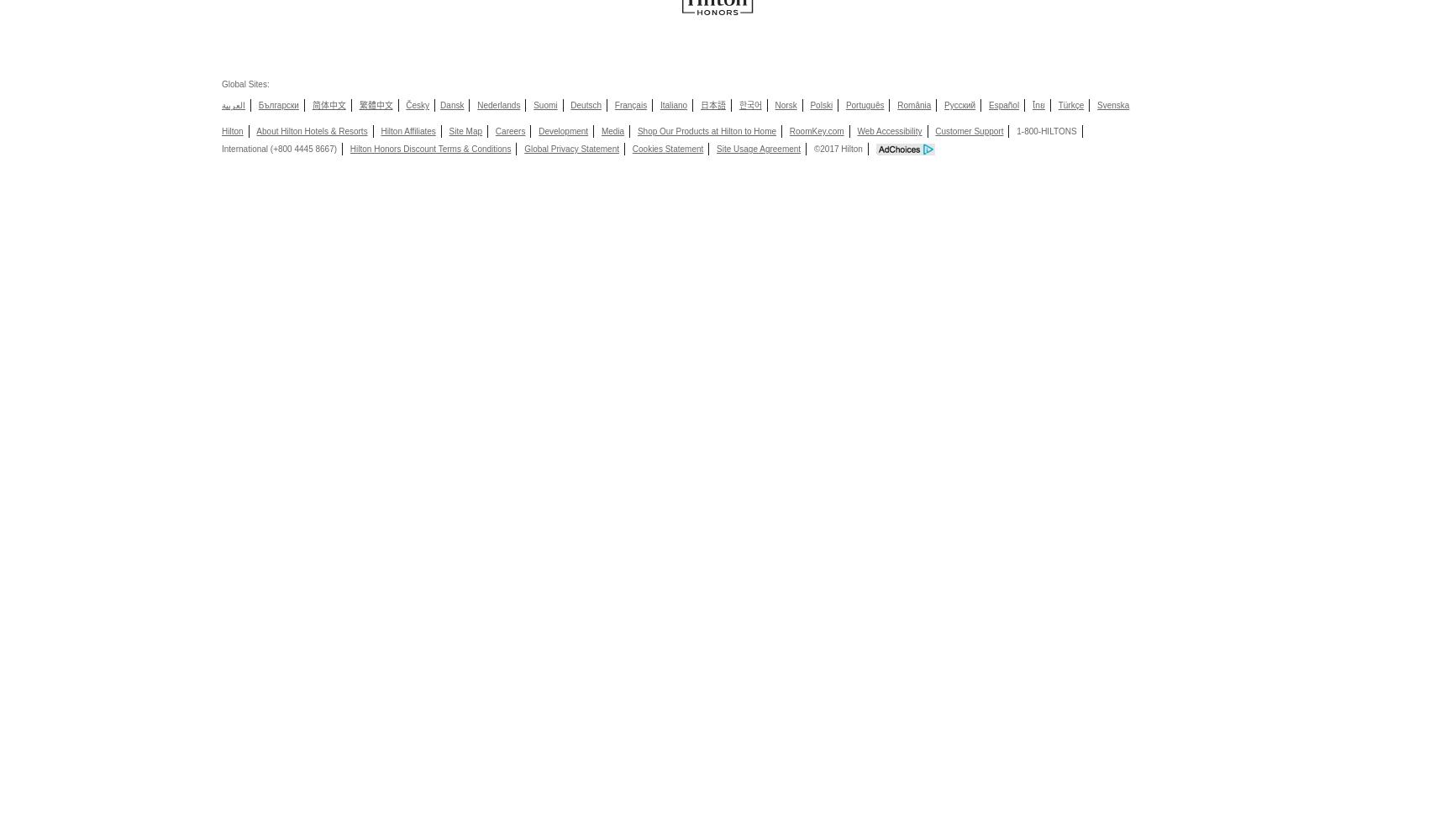  What do you see at coordinates (563, 131) in the screenshot?
I see `'Development'` at bounding box center [563, 131].